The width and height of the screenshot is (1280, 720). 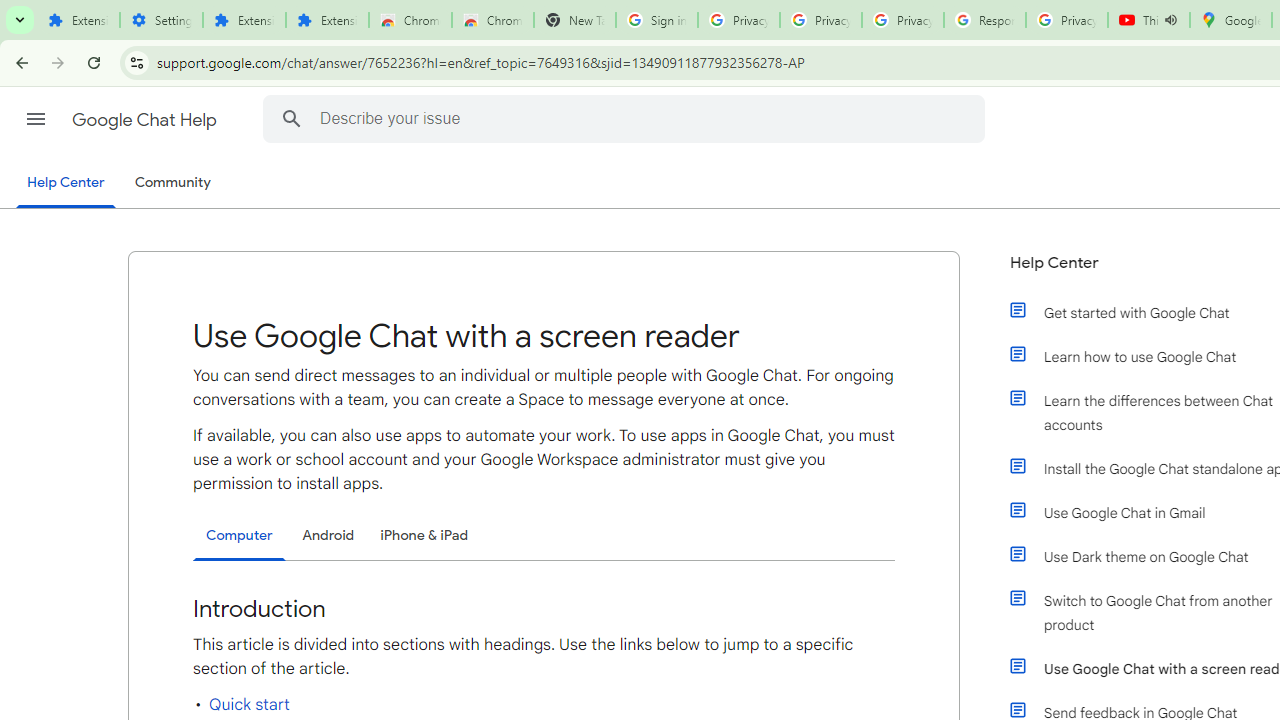 What do you see at coordinates (290, 118) in the screenshot?
I see `'Search Help Center'` at bounding box center [290, 118].